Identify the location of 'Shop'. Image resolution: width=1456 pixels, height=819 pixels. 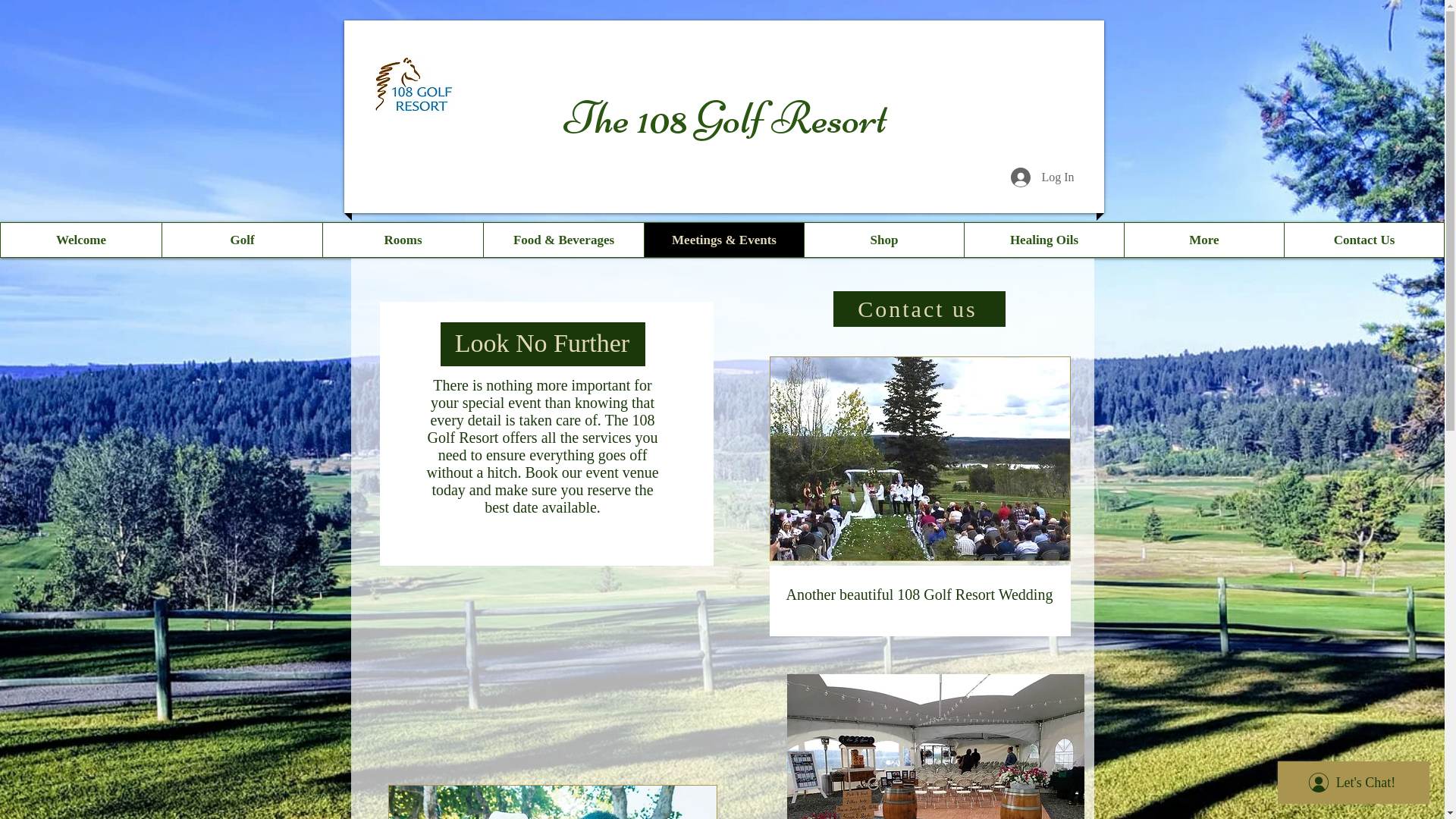
(883, 239).